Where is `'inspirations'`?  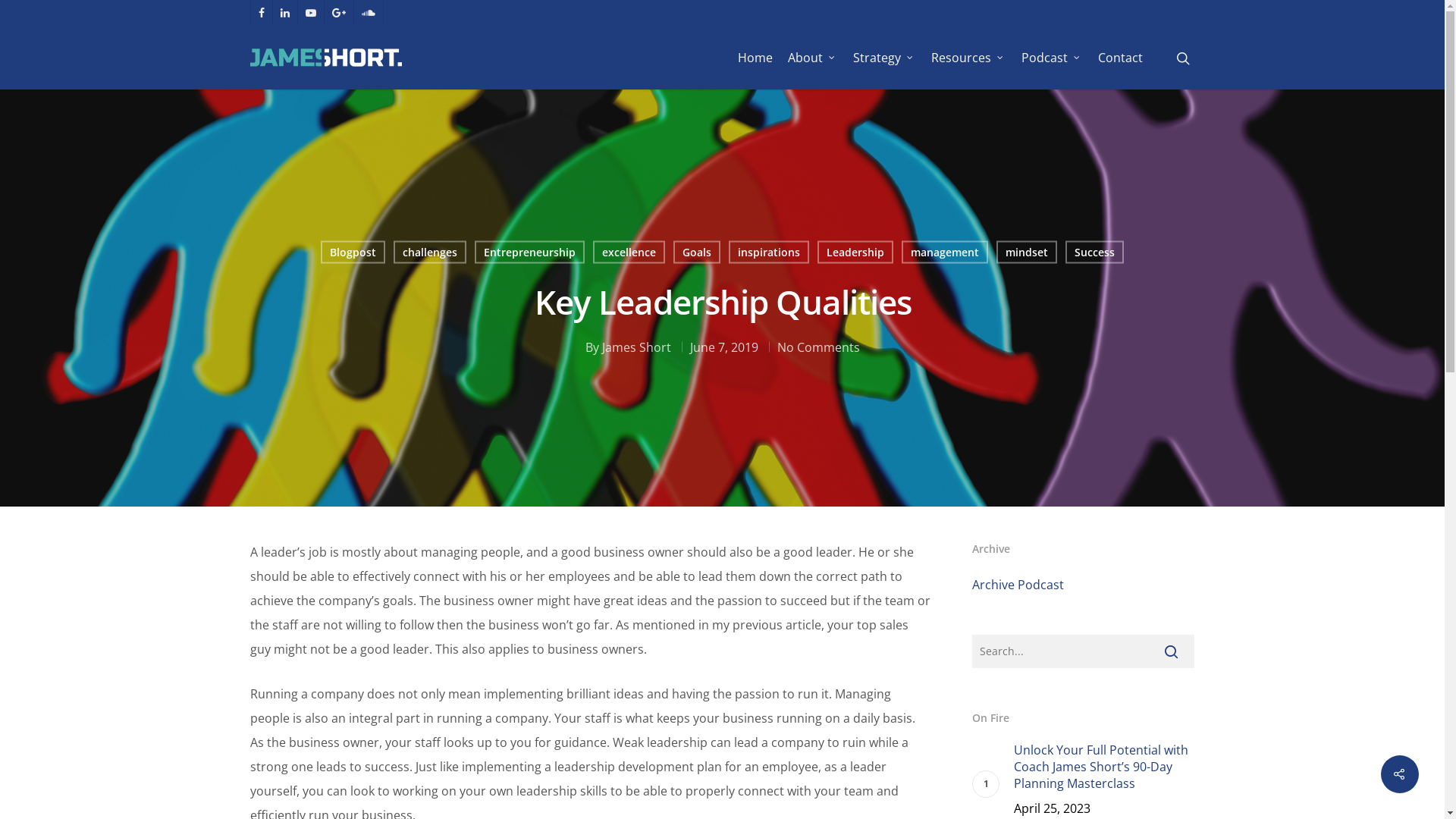
'inspirations' is located at coordinates (767, 251).